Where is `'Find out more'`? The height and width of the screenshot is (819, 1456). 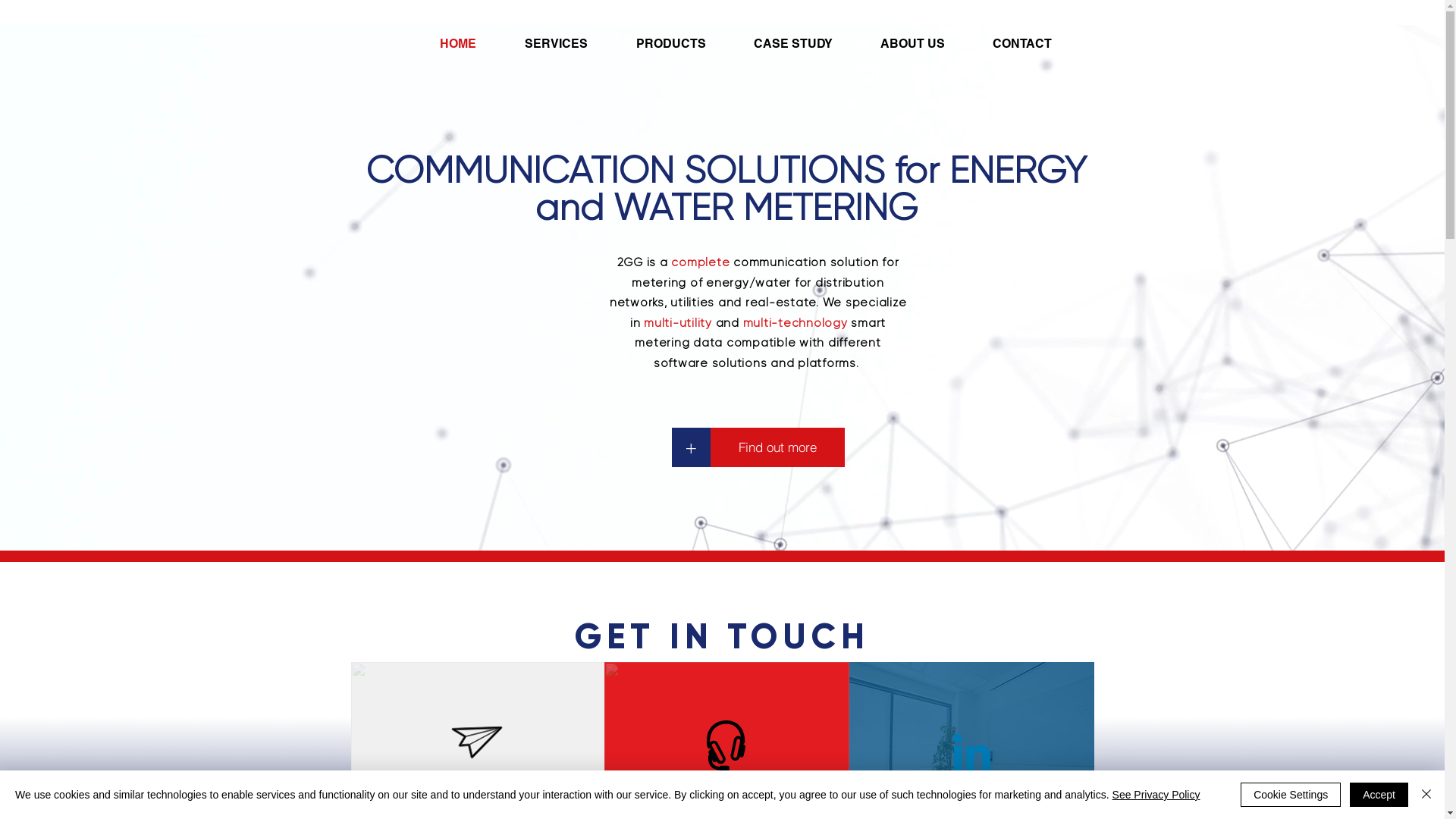
'Find out more' is located at coordinates (777, 447).